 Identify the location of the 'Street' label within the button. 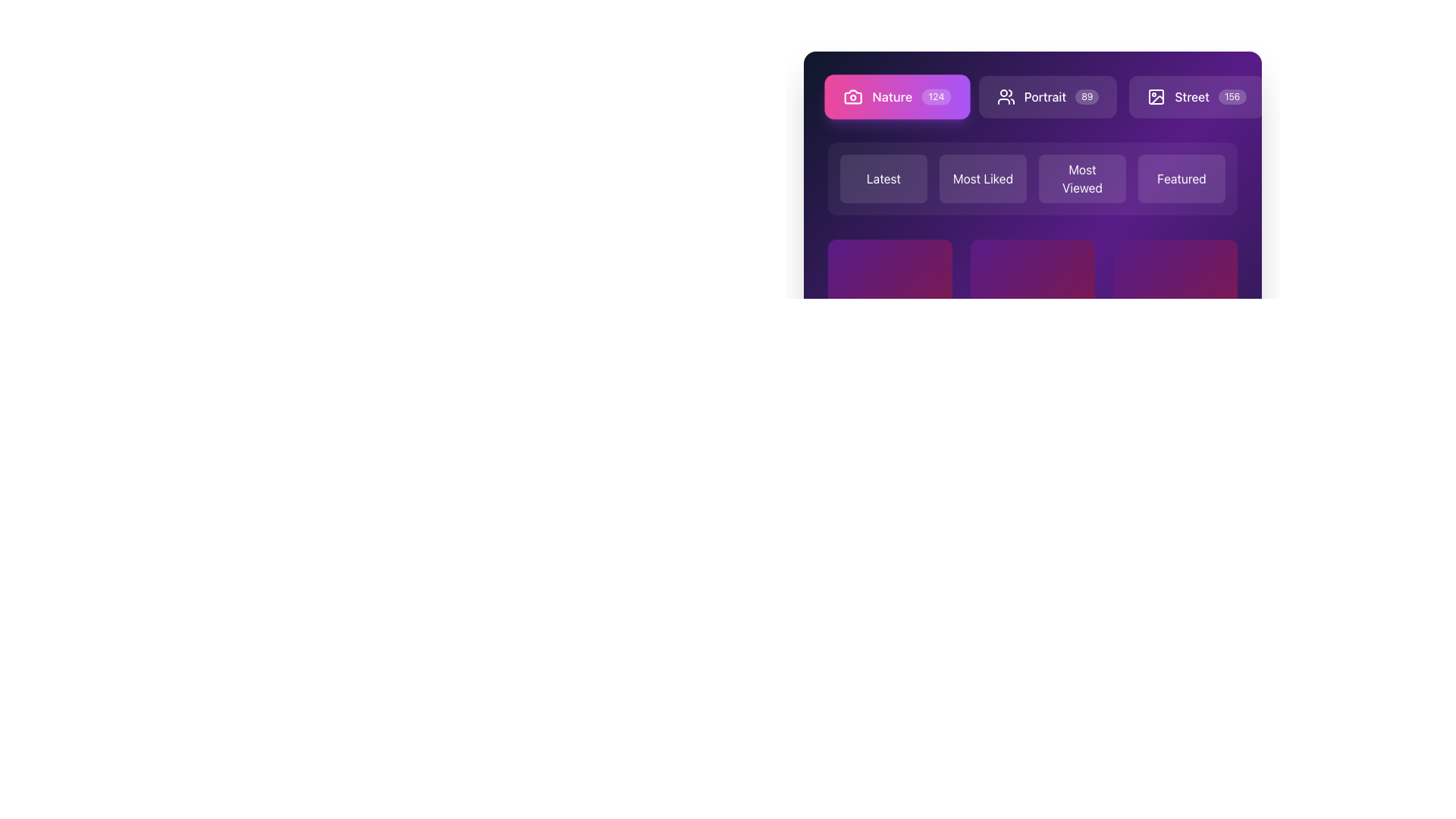
(1191, 96).